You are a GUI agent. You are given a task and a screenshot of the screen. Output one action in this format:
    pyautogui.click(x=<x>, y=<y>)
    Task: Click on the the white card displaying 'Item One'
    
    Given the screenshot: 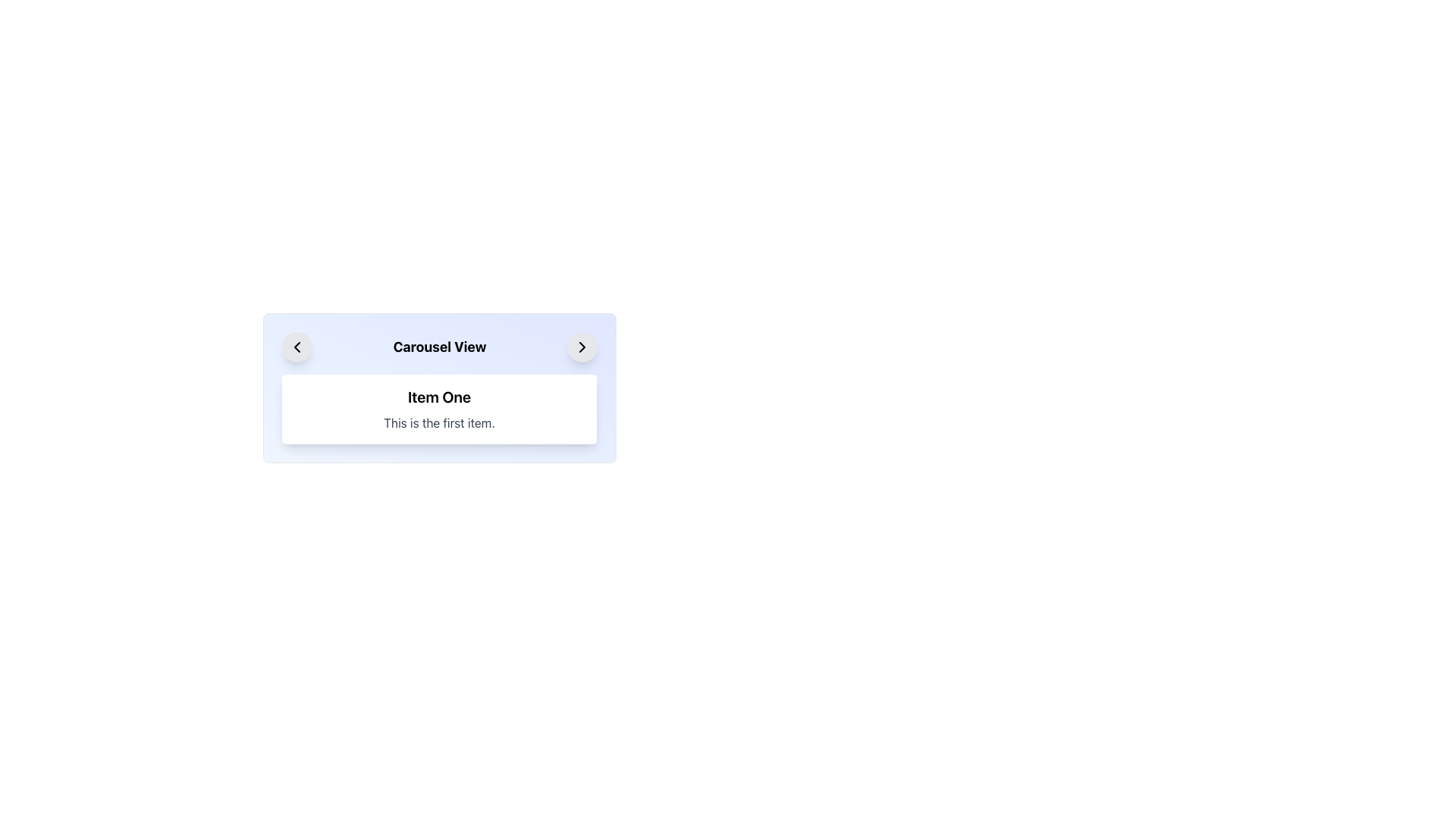 What is the action you would take?
    pyautogui.click(x=439, y=388)
    